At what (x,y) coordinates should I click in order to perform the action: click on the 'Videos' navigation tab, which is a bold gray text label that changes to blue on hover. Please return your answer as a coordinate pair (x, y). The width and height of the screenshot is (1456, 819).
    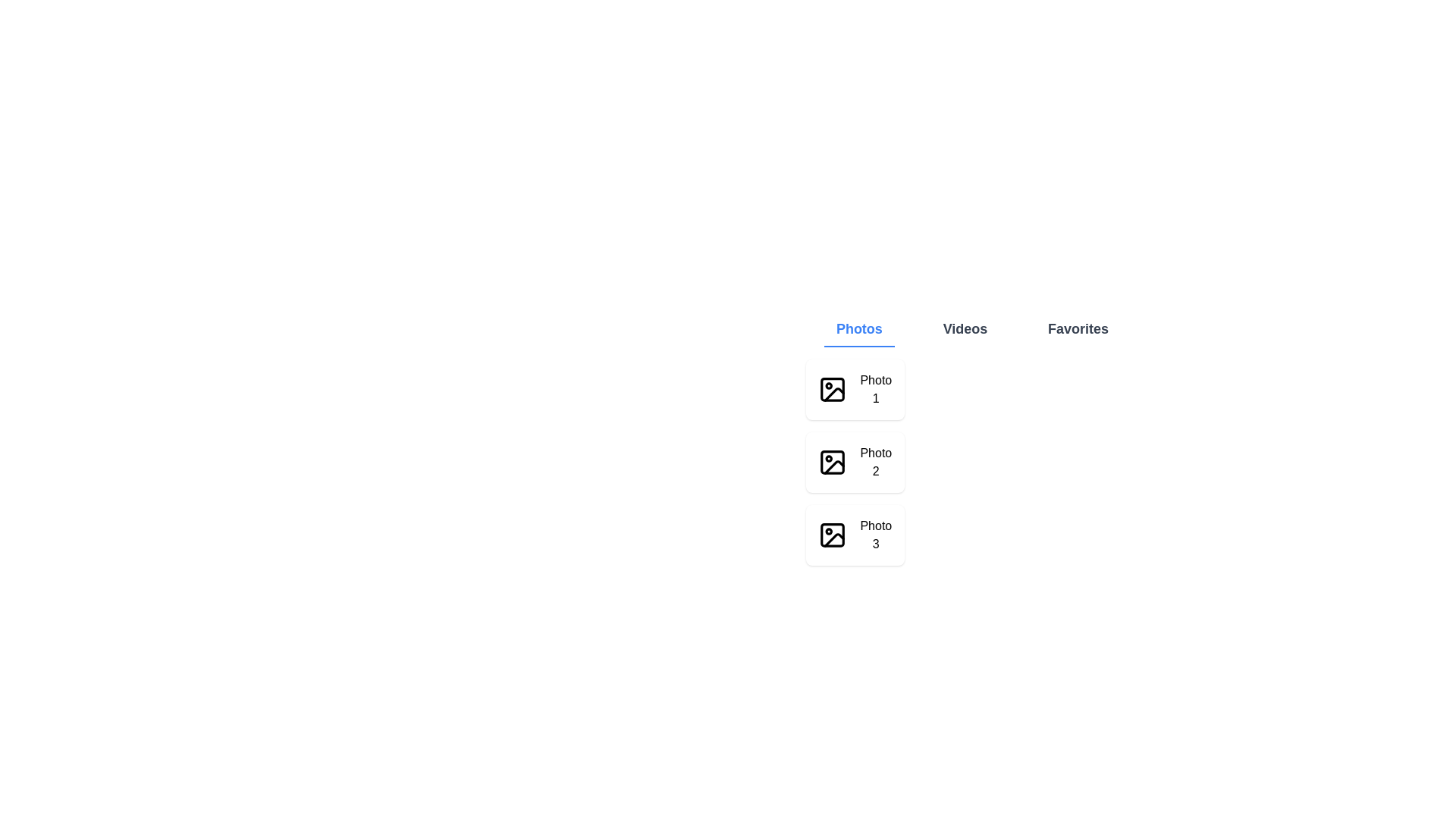
    Looking at the image, I should click on (964, 329).